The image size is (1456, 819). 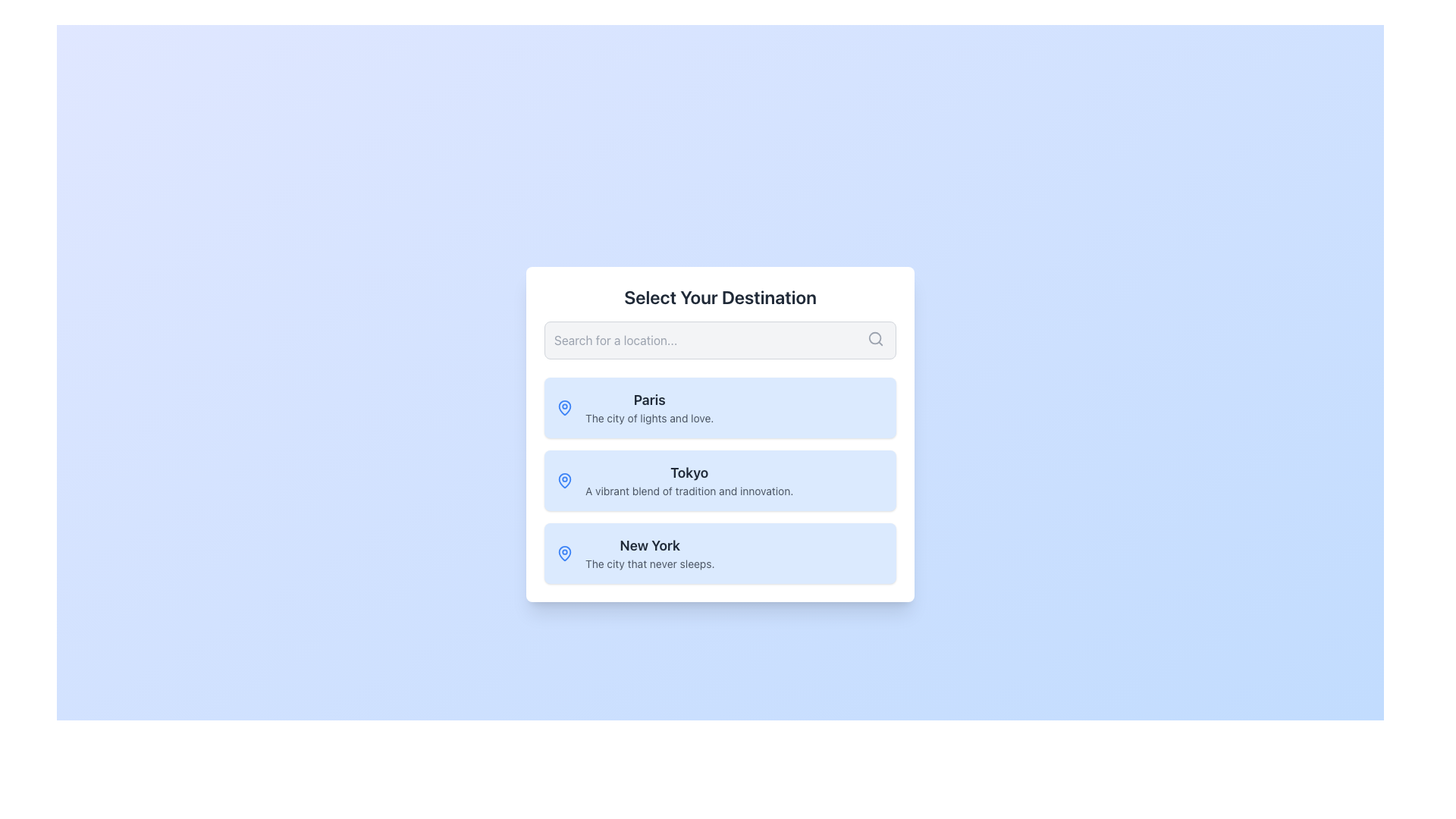 What do you see at coordinates (876, 338) in the screenshot?
I see `the search icon located in the upper right corner of the search bar input field to initiate a search` at bounding box center [876, 338].